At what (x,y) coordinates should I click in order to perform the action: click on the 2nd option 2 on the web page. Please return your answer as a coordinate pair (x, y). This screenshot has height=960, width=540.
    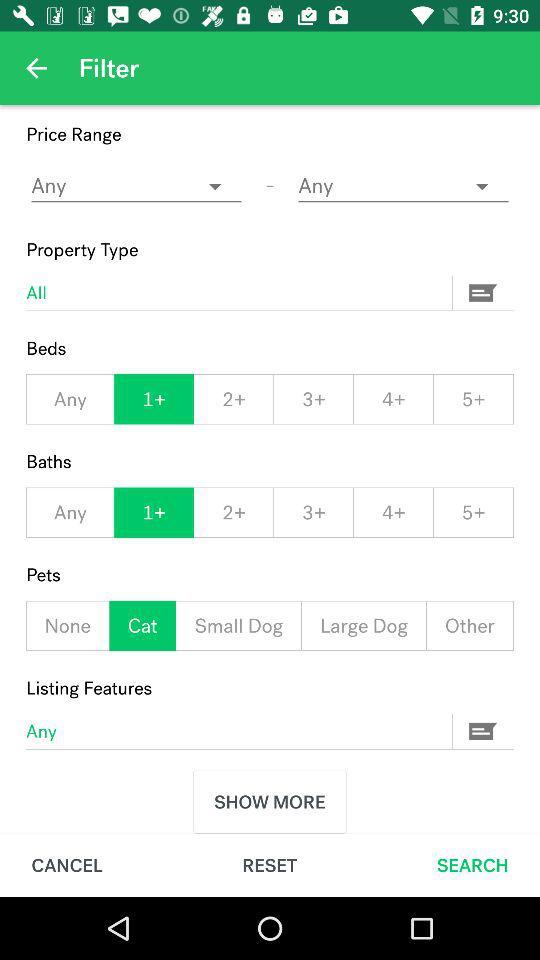
    Looking at the image, I should click on (232, 512).